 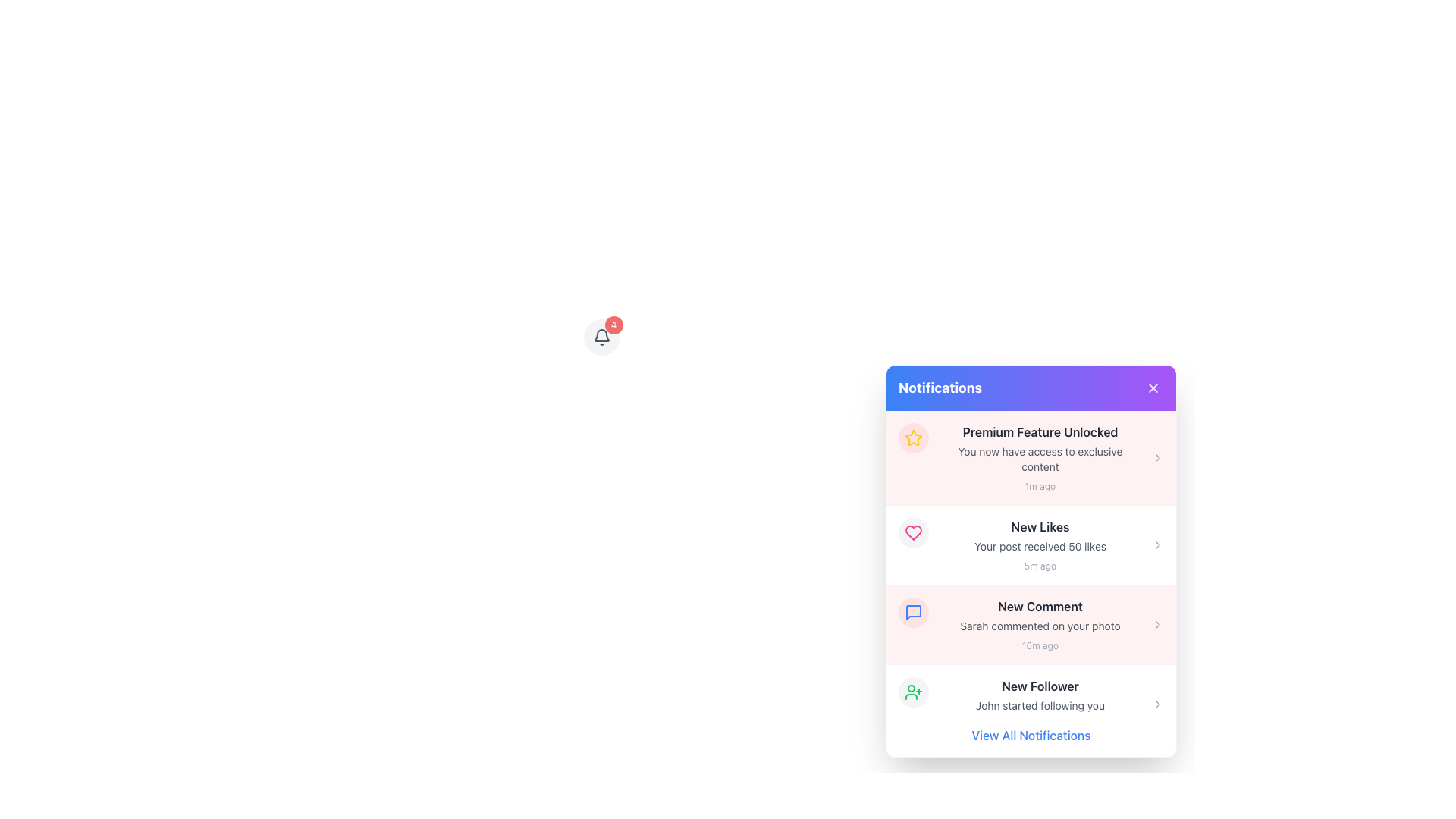 What do you see at coordinates (1040, 686) in the screenshot?
I see `text label that serves as a headline for the fourth notification entry, located under the green icon of a person` at bounding box center [1040, 686].